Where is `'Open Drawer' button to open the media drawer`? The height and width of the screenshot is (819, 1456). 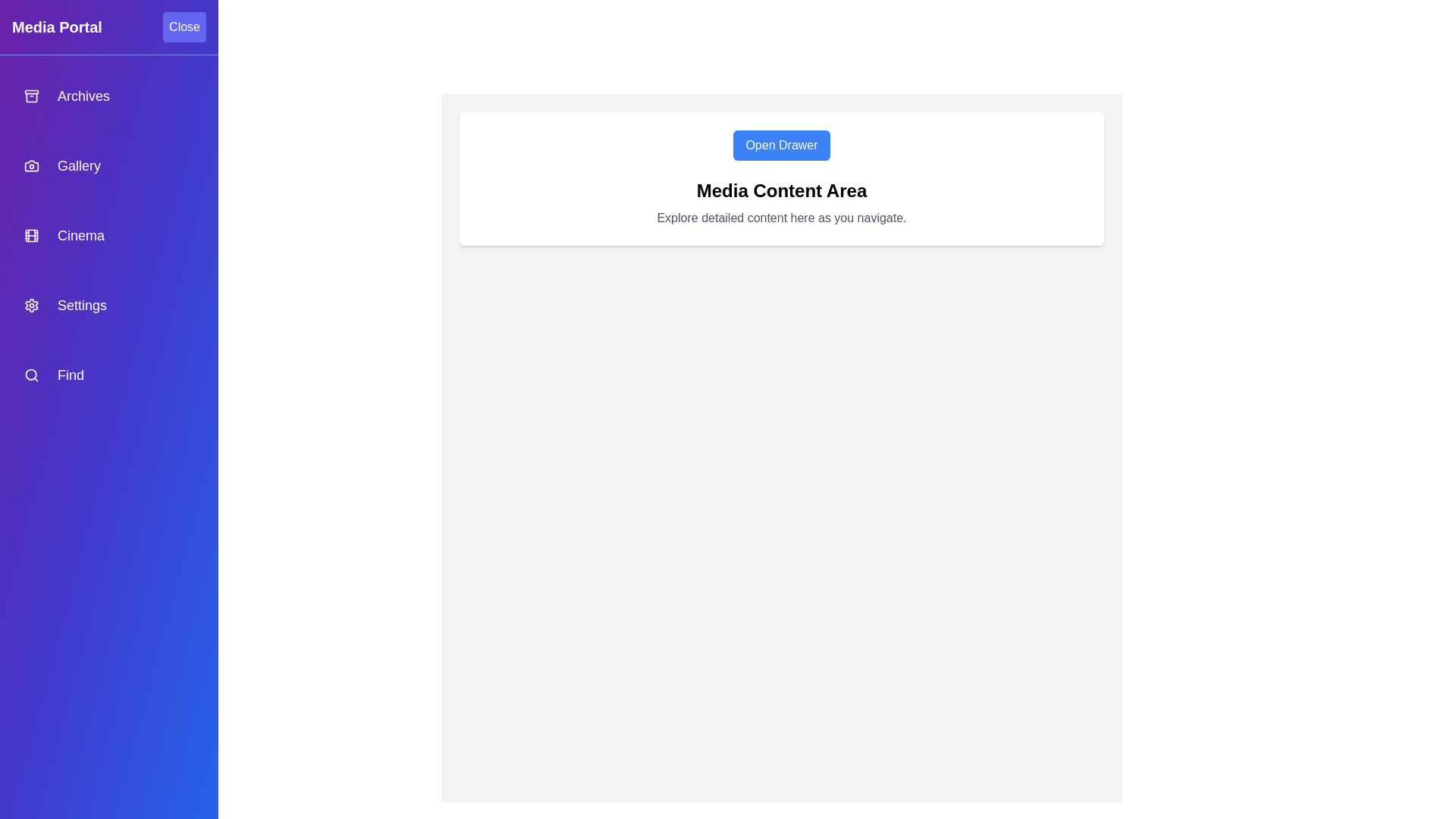
'Open Drawer' button to open the media drawer is located at coordinates (782, 146).